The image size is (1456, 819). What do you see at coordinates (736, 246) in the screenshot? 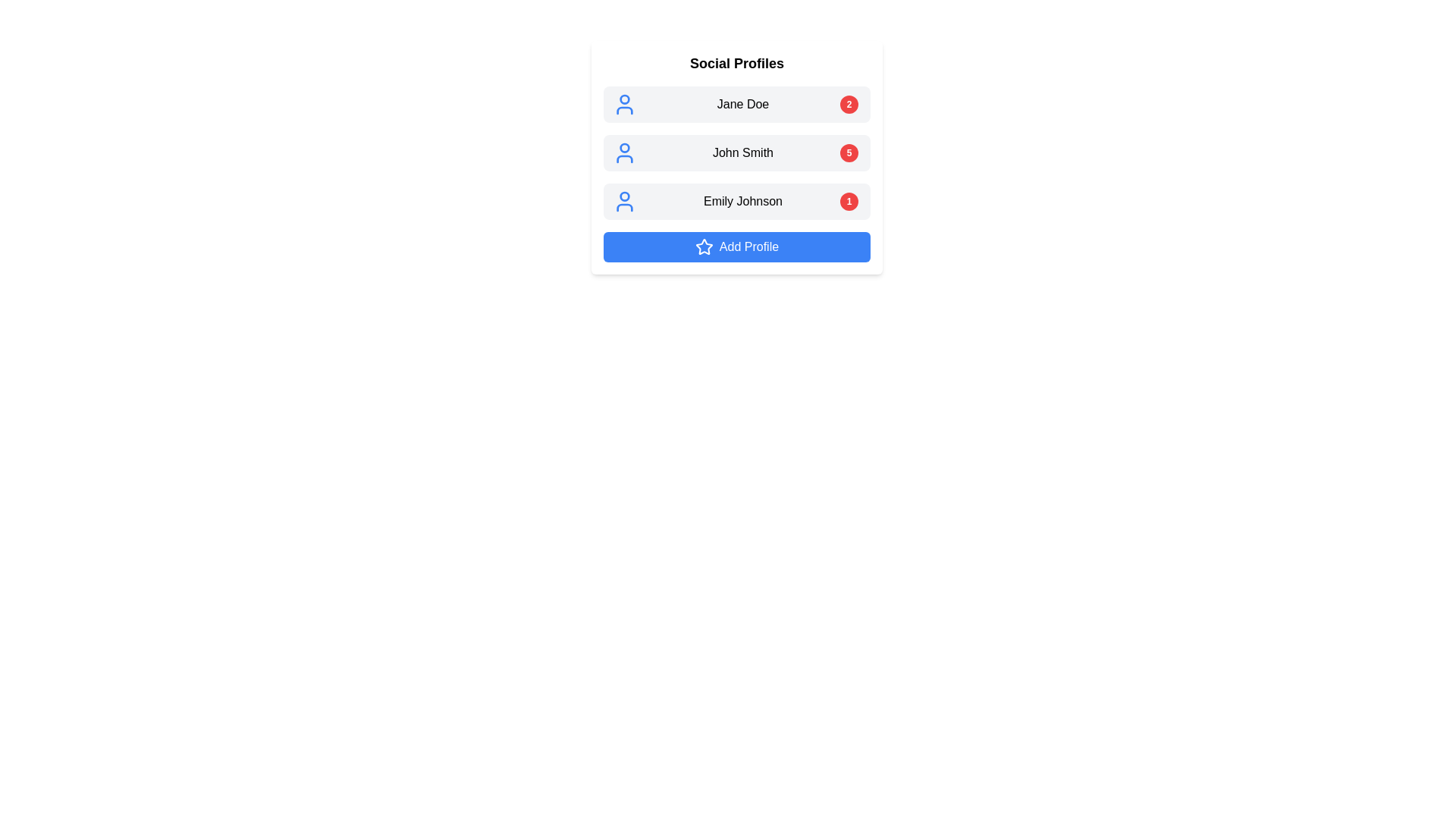
I see `the button located under the 'Social Profiles' section, which allows users to add a new profile, to observe the hover effect` at bounding box center [736, 246].